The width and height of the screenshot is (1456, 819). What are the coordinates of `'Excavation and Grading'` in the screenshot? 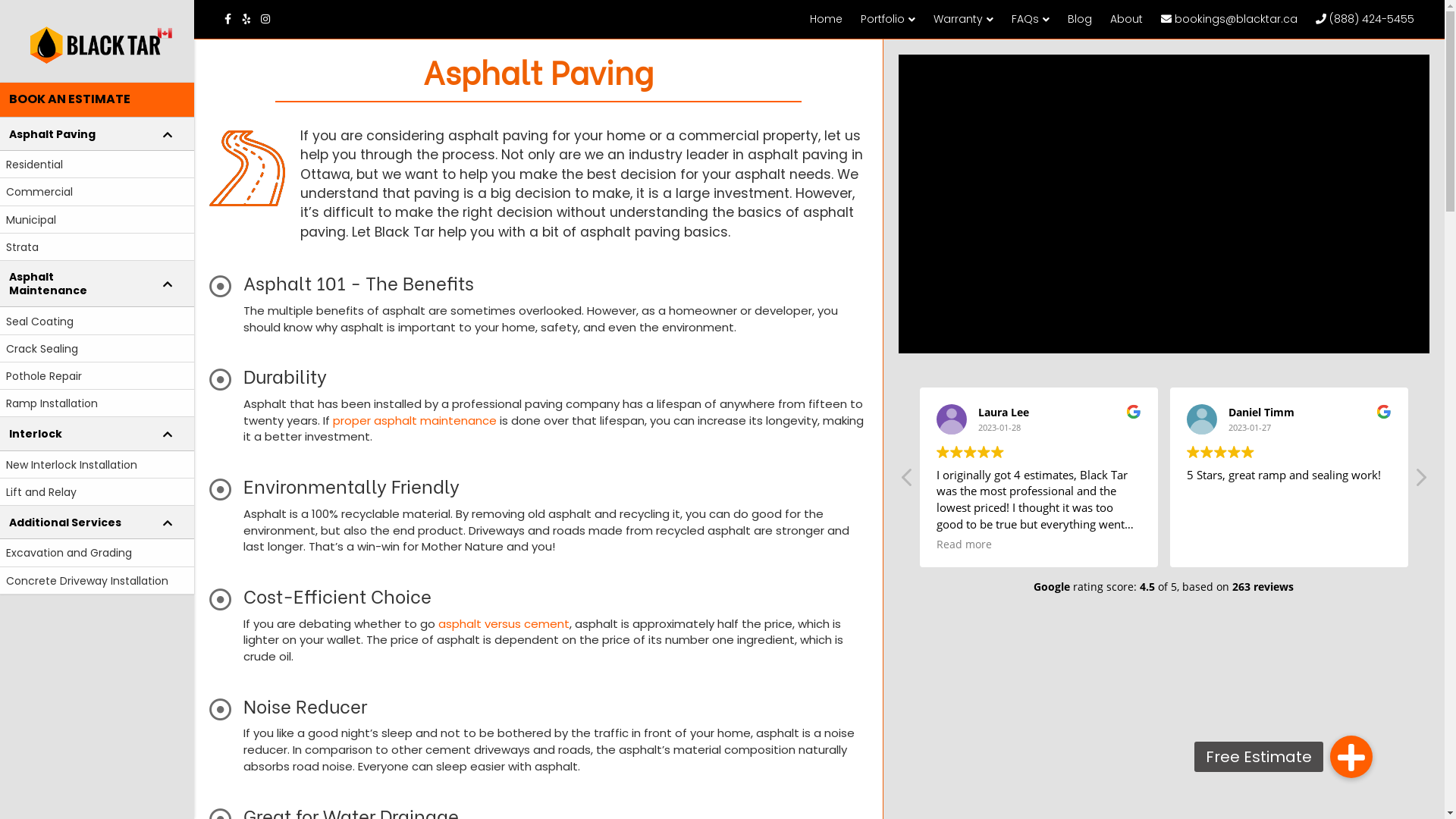 It's located at (0, 553).